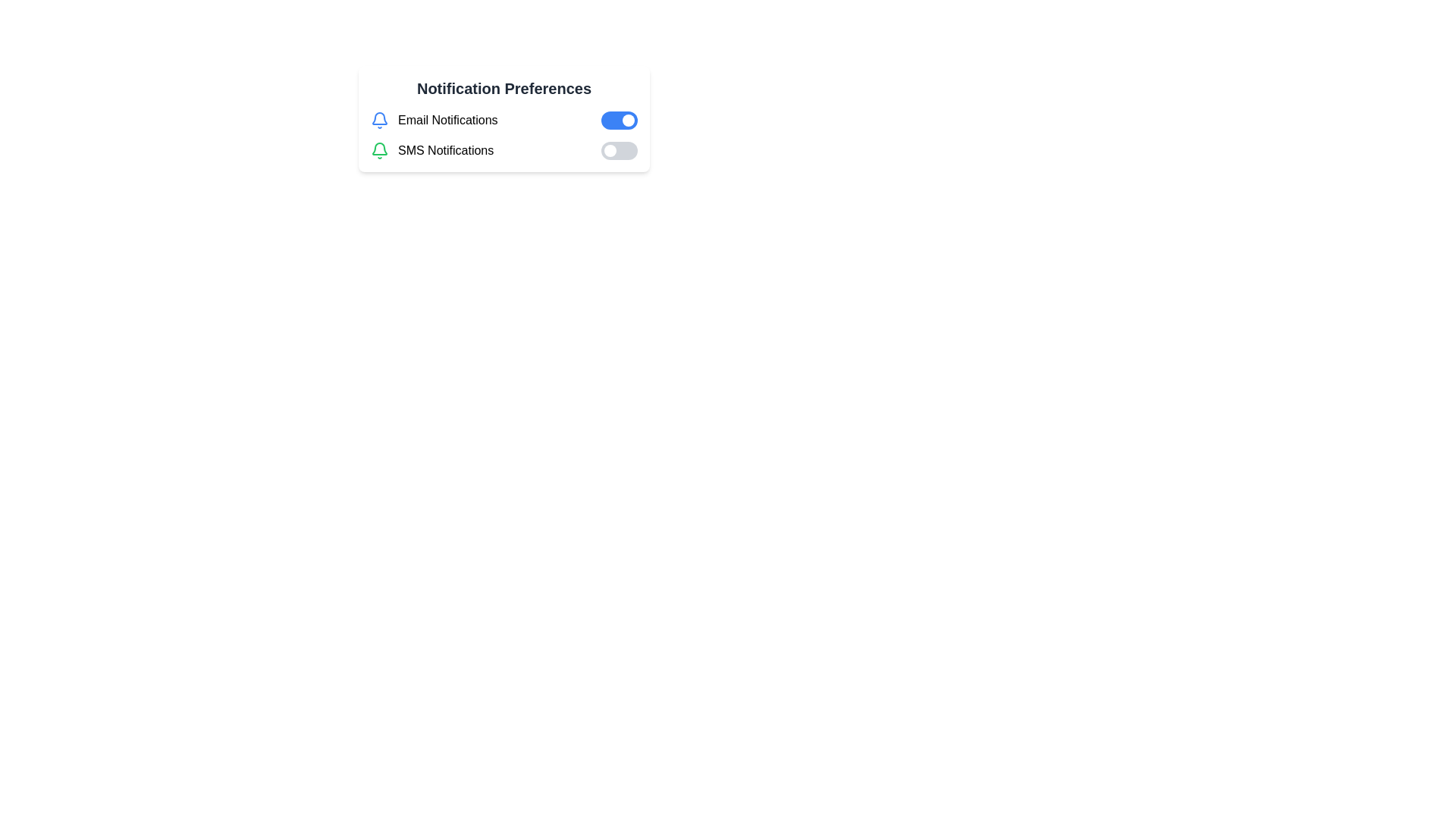  What do you see at coordinates (619, 151) in the screenshot?
I see `the second toggle switch for SMS notifications to switch it on or off` at bounding box center [619, 151].